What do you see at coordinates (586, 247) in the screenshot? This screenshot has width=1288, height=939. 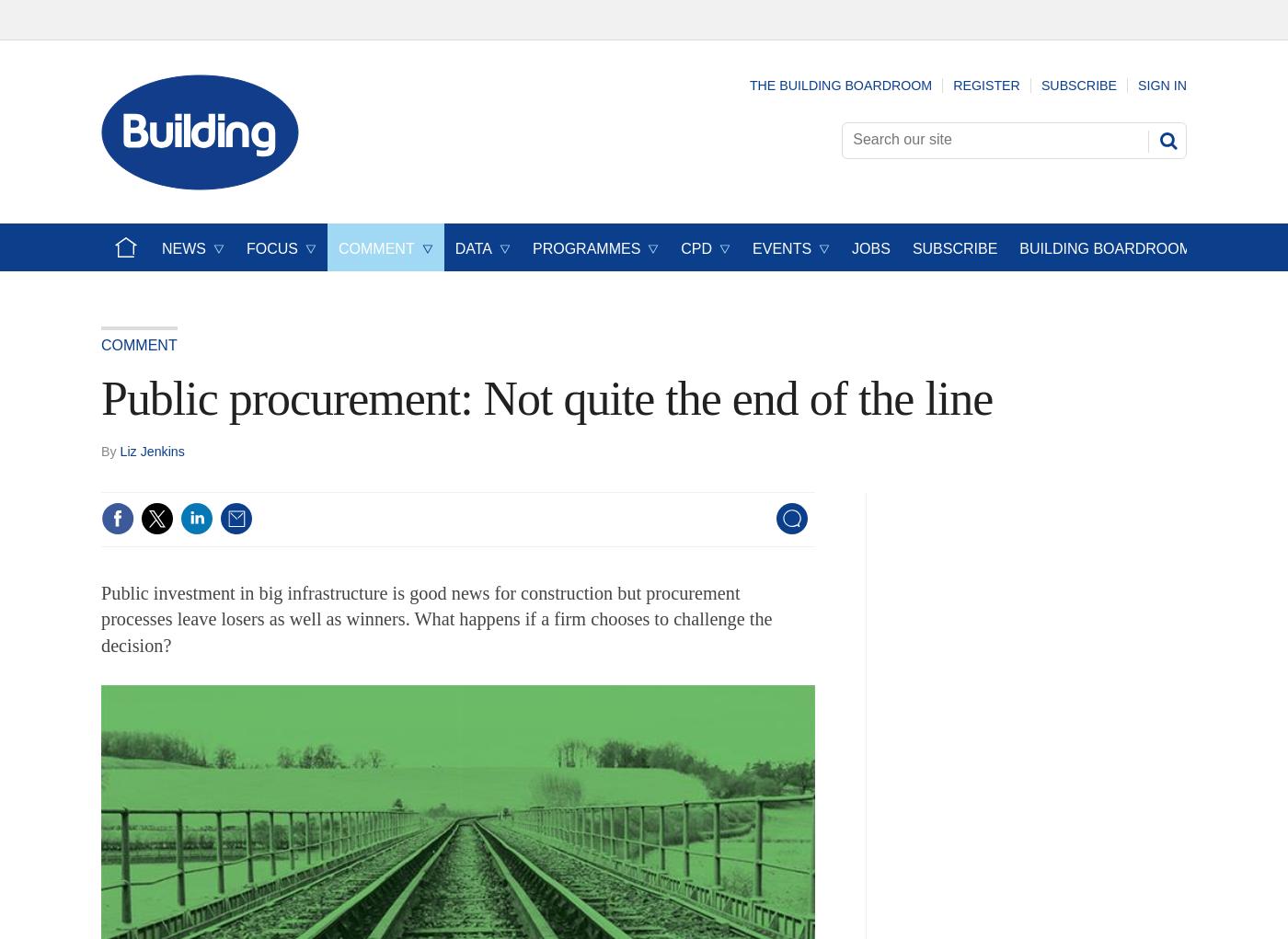 I see `'Programmes'` at bounding box center [586, 247].